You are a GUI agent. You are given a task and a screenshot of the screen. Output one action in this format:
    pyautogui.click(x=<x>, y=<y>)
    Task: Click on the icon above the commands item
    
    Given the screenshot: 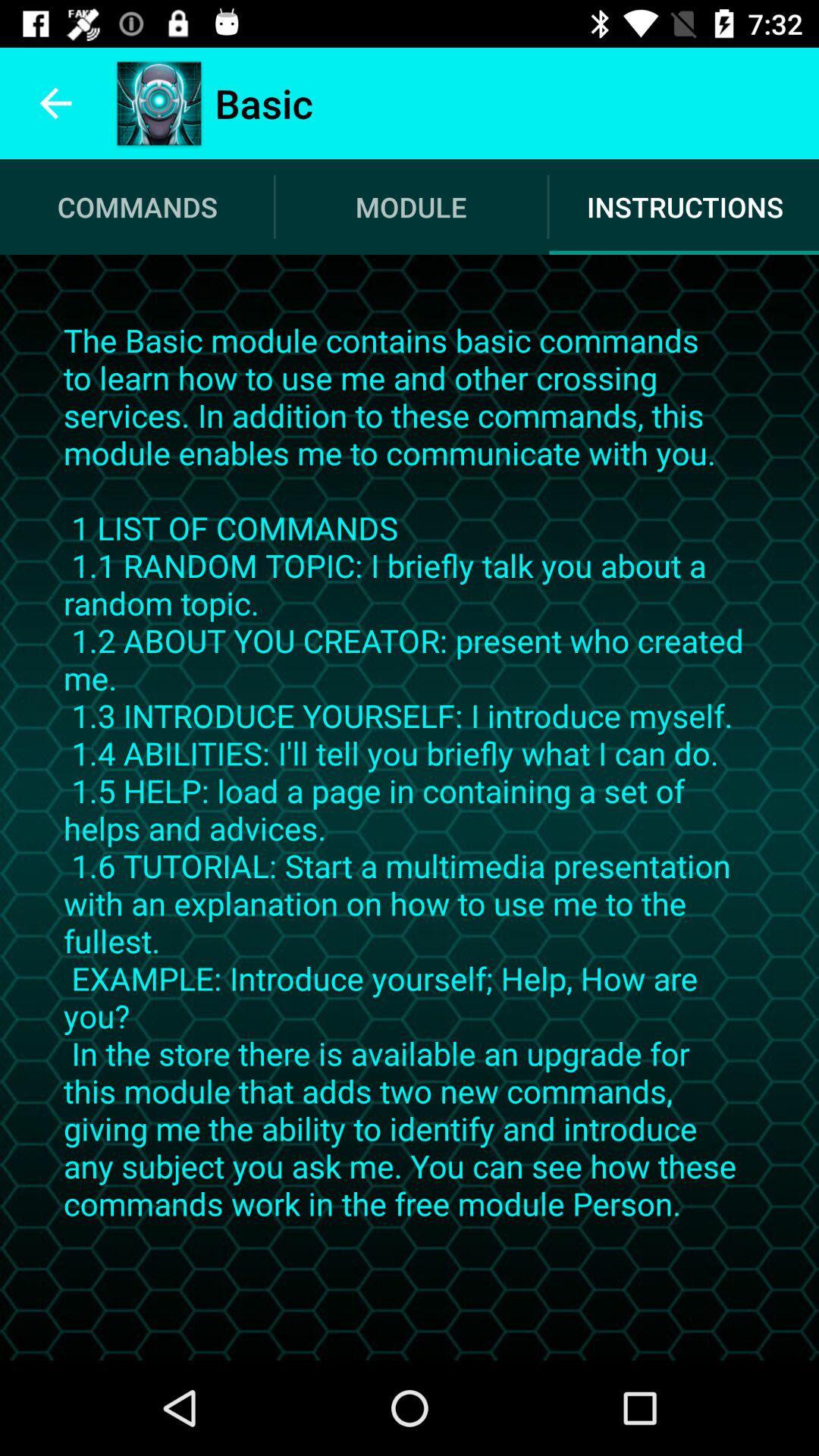 What is the action you would take?
    pyautogui.click(x=55, y=102)
    